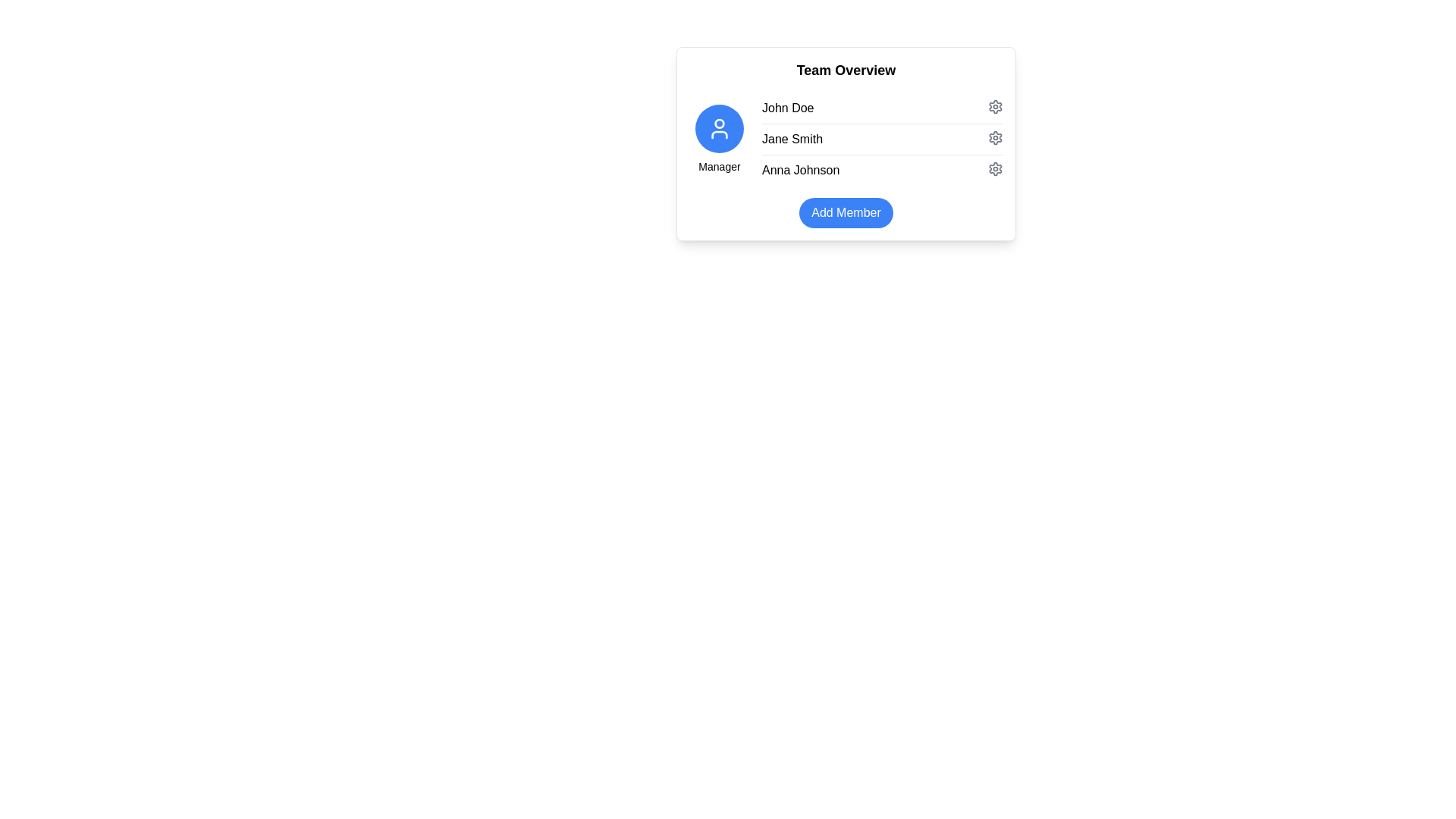  What do you see at coordinates (996, 169) in the screenshot?
I see `the cogwheel icon next to 'Anna Johnson'` at bounding box center [996, 169].